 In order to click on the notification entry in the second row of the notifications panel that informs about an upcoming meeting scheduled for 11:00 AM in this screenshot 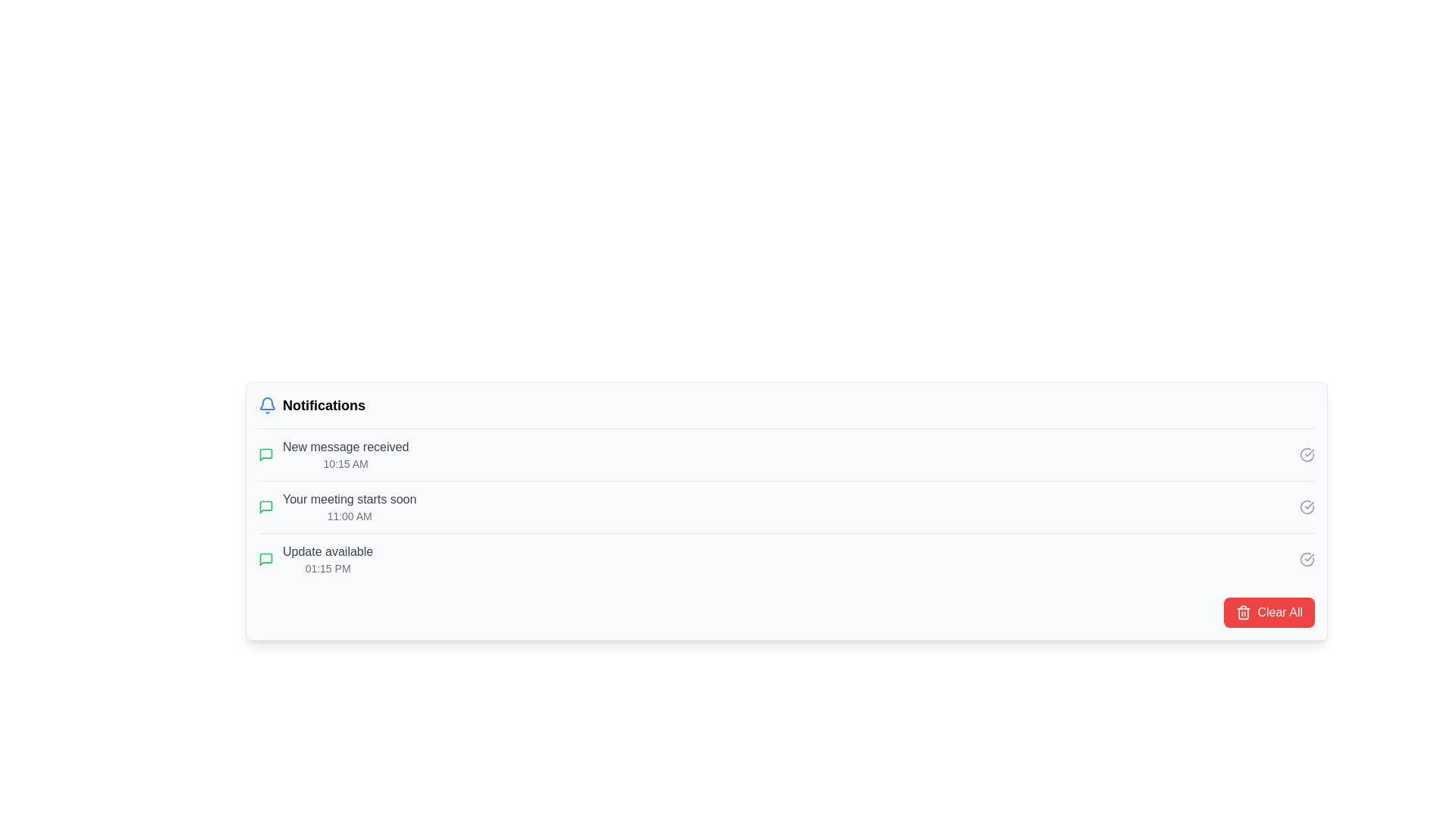, I will do `click(337, 507)`.